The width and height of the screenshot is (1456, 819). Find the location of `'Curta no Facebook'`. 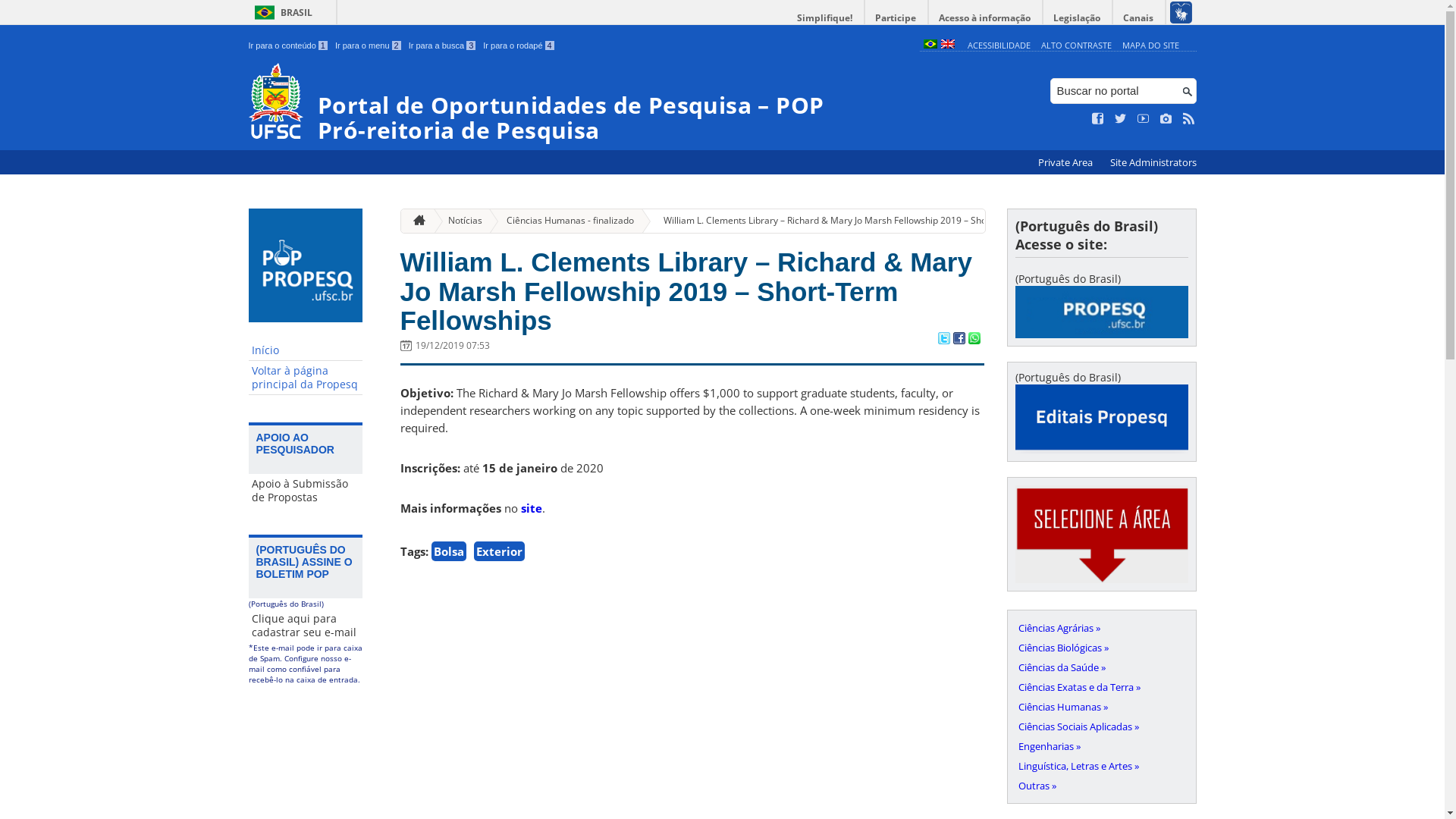

'Curta no Facebook' is located at coordinates (1092, 118).